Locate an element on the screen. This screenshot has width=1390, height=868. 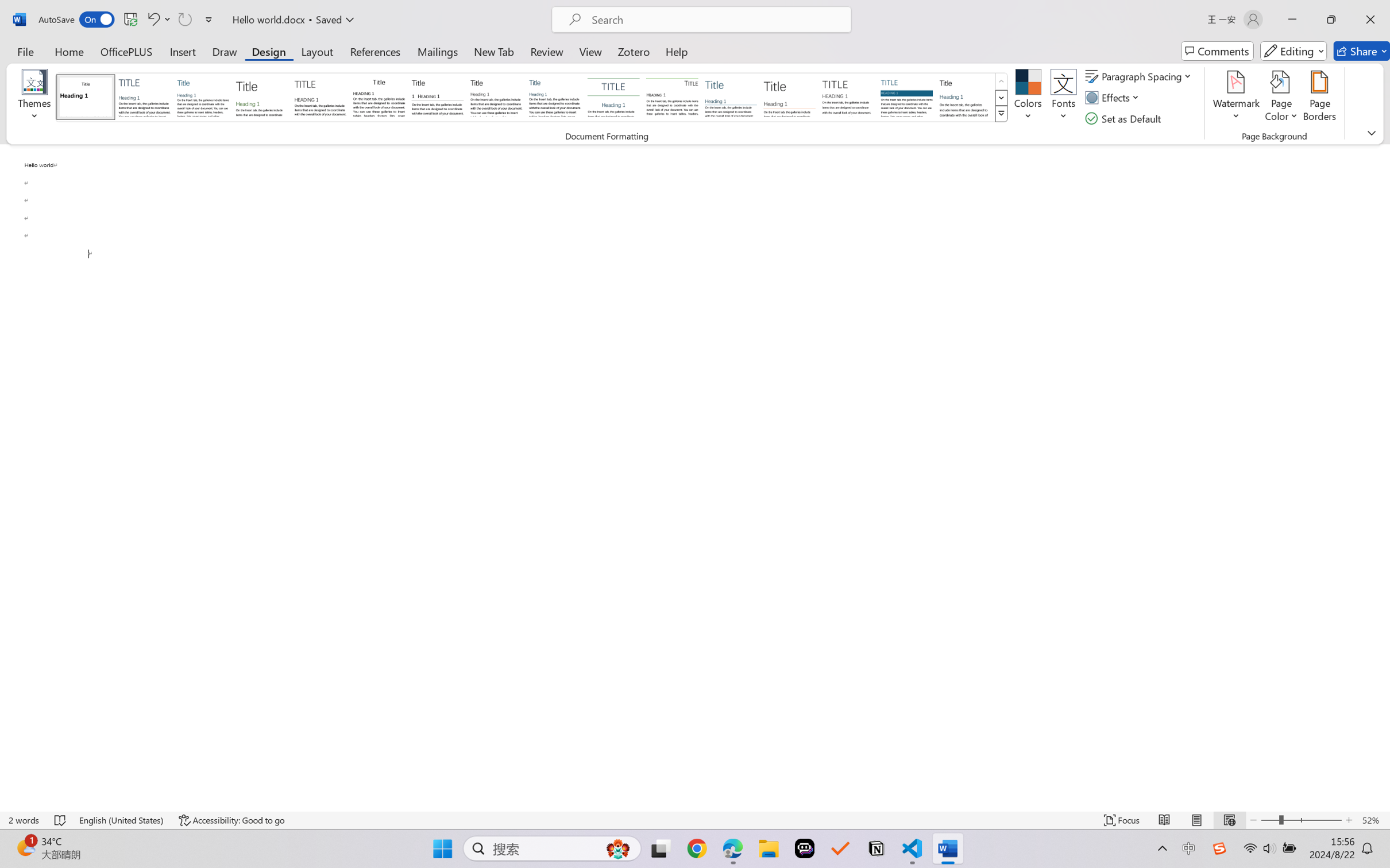
'Undo Click and Type Formatting' is located at coordinates (157, 19).